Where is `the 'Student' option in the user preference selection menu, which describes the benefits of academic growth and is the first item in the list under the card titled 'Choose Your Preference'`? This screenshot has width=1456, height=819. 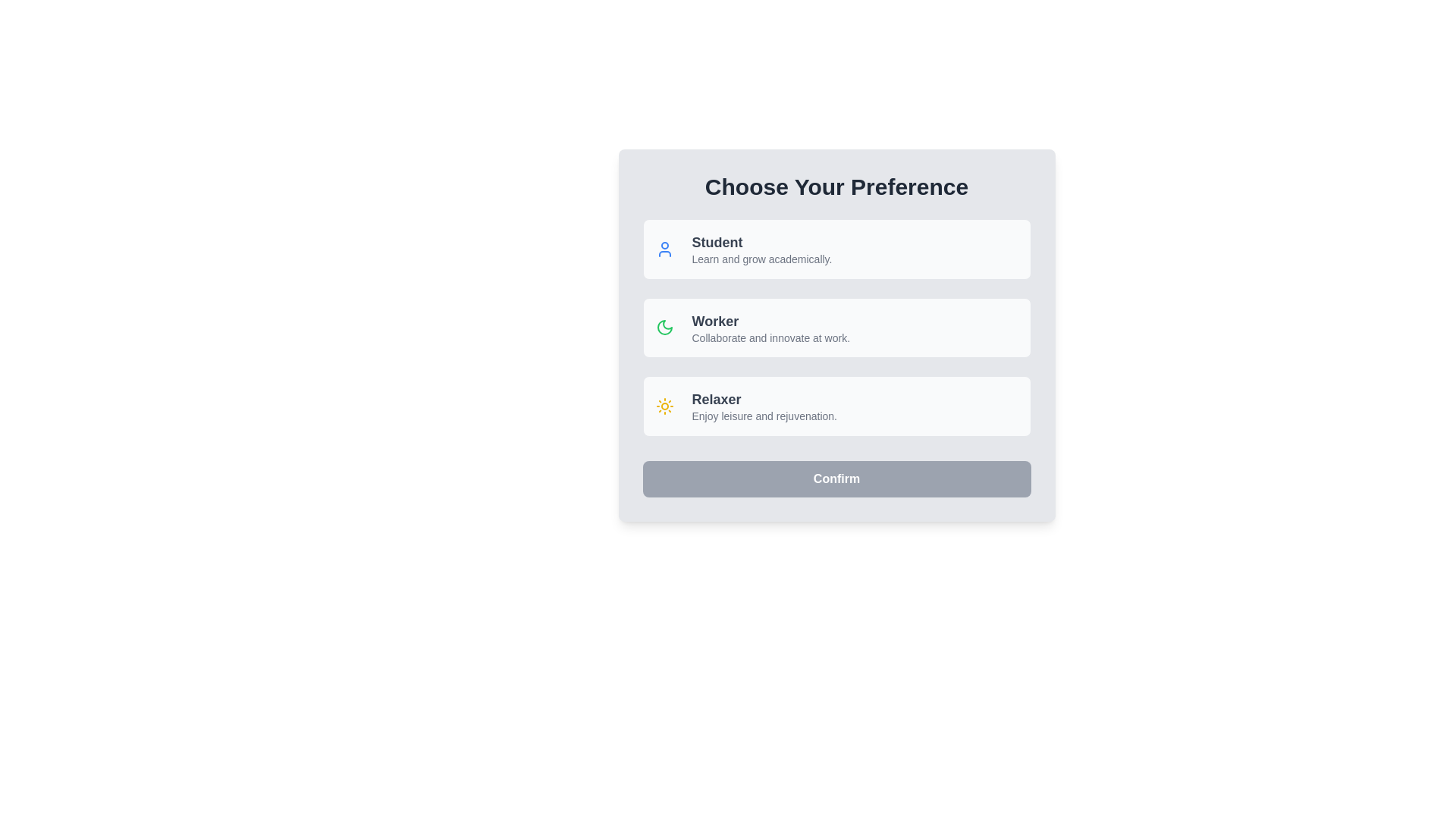 the 'Student' option in the user preference selection menu, which describes the benefits of academic growth and is the first item in the list under the card titled 'Choose Your Preference' is located at coordinates (761, 248).